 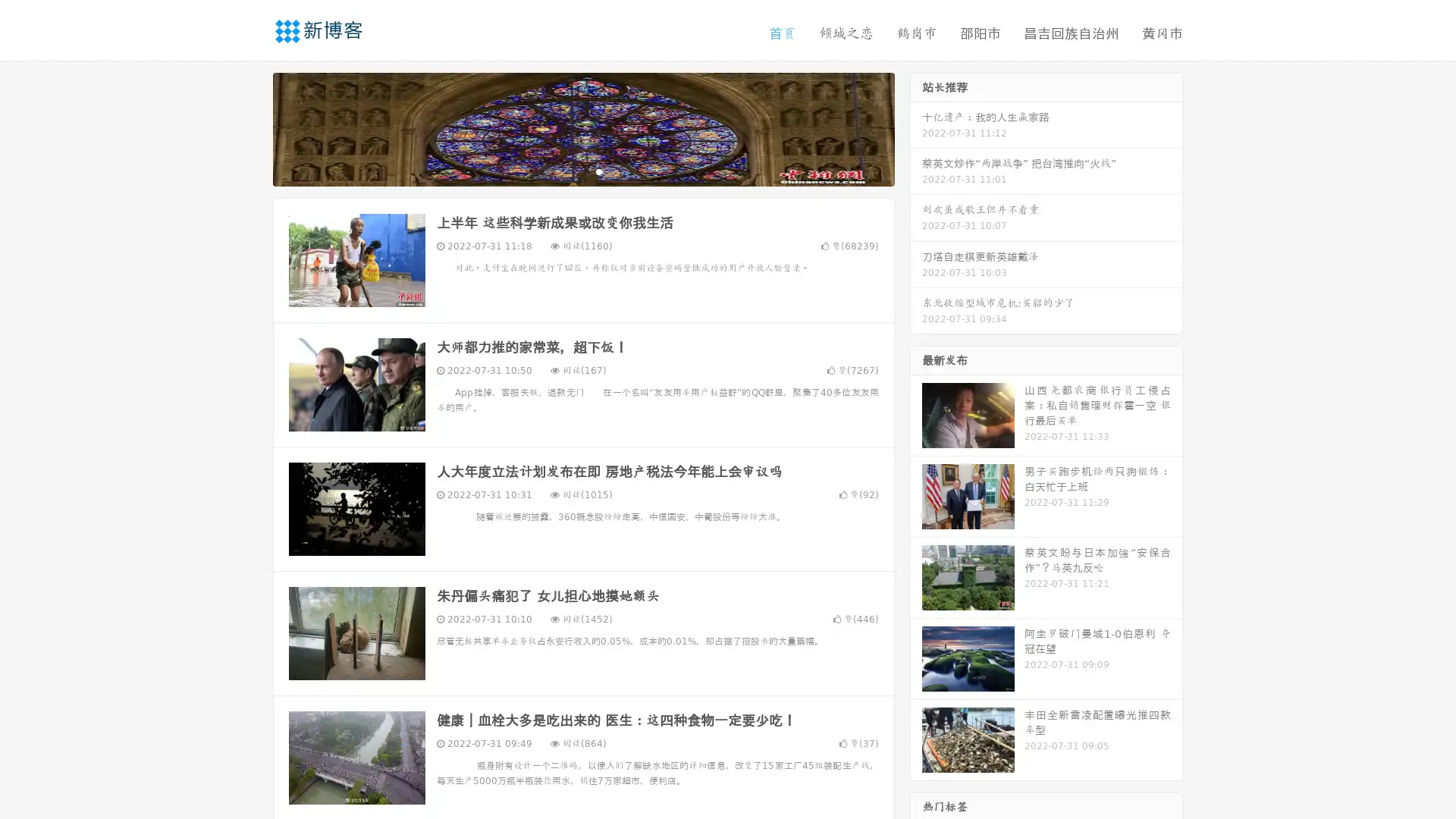 What do you see at coordinates (582, 171) in the screenshot?
I see `Go to slide 2` at bounding box center [582, 171].